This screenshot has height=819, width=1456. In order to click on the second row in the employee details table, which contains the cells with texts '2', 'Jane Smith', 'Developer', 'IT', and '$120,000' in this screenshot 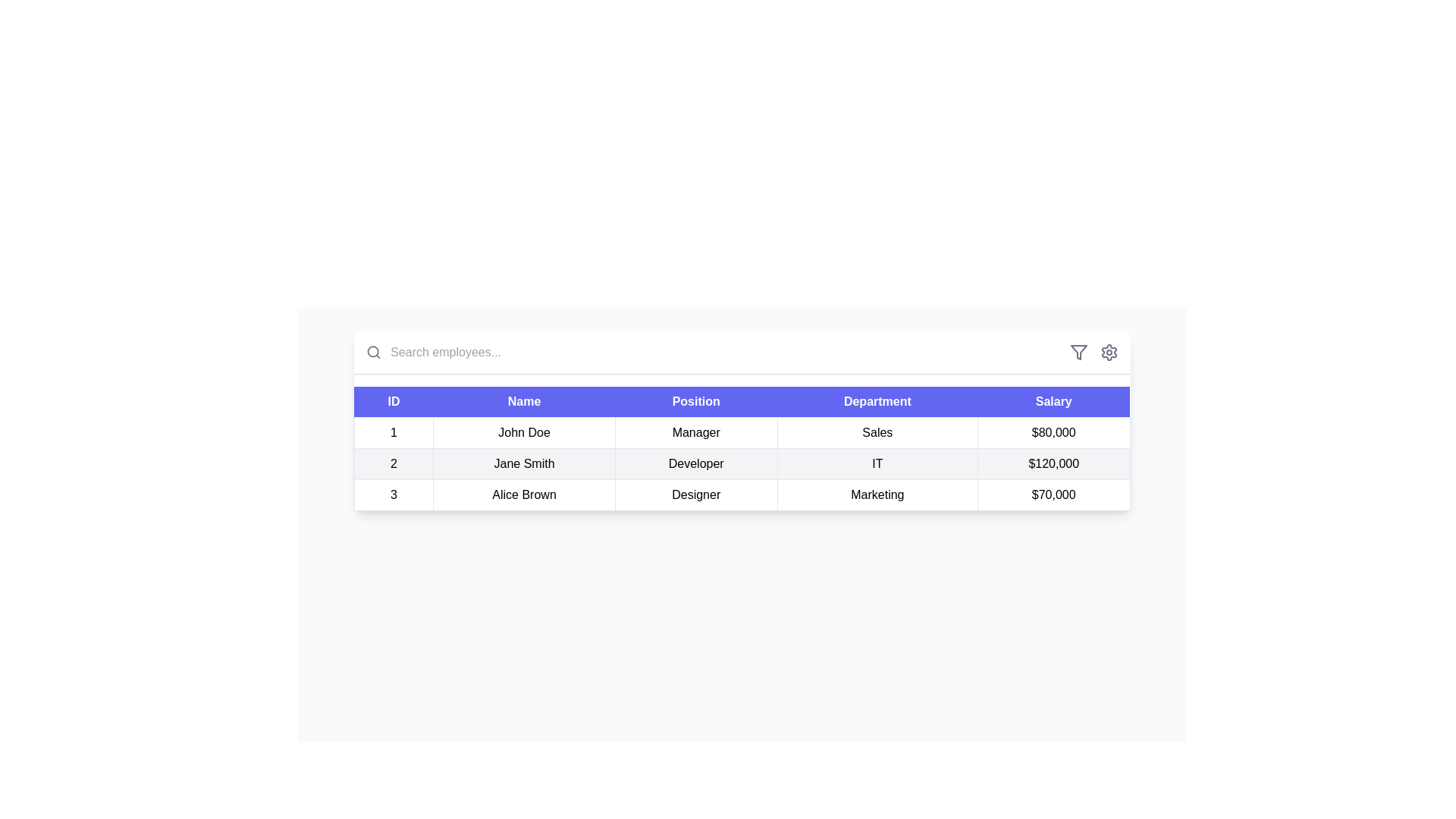, I will do `click(742, 463)`.